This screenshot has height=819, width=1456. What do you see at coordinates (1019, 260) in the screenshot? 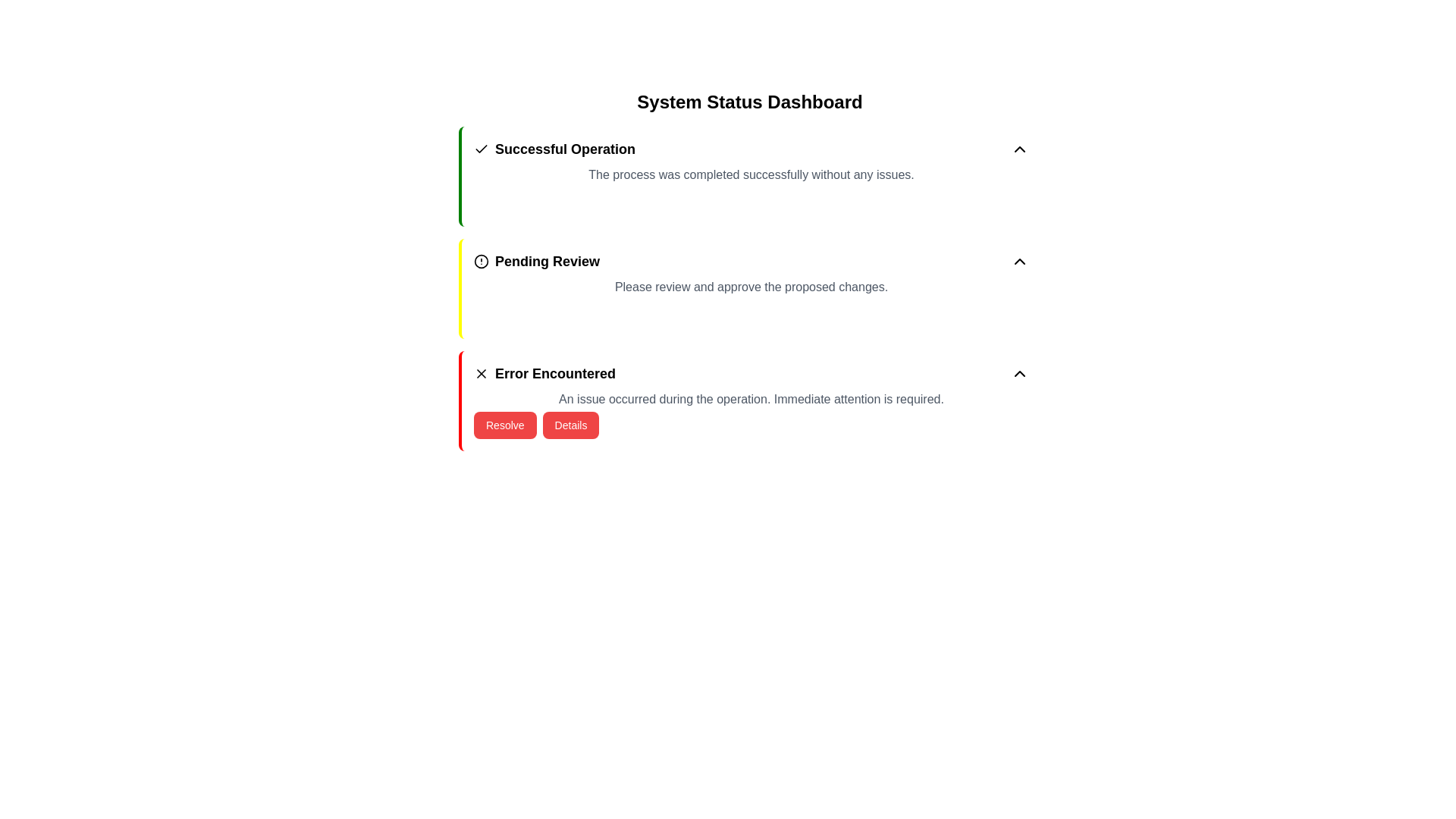
I see `the small, upward-pointing chevron button in the 'Pending Review' section of the dashboard` at bounding box center [1019, 260].